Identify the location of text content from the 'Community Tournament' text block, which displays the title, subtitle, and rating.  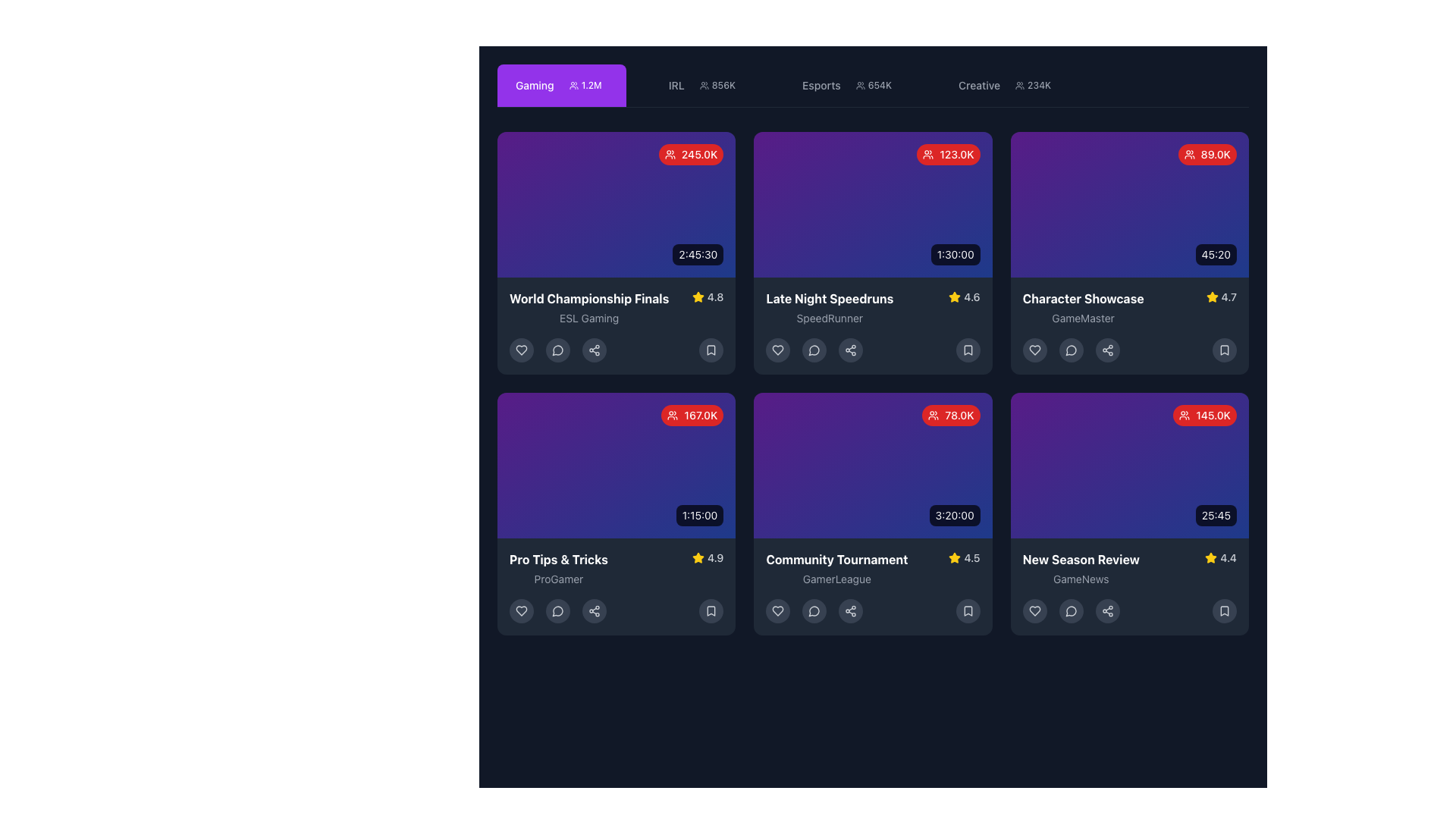
(873, 568).